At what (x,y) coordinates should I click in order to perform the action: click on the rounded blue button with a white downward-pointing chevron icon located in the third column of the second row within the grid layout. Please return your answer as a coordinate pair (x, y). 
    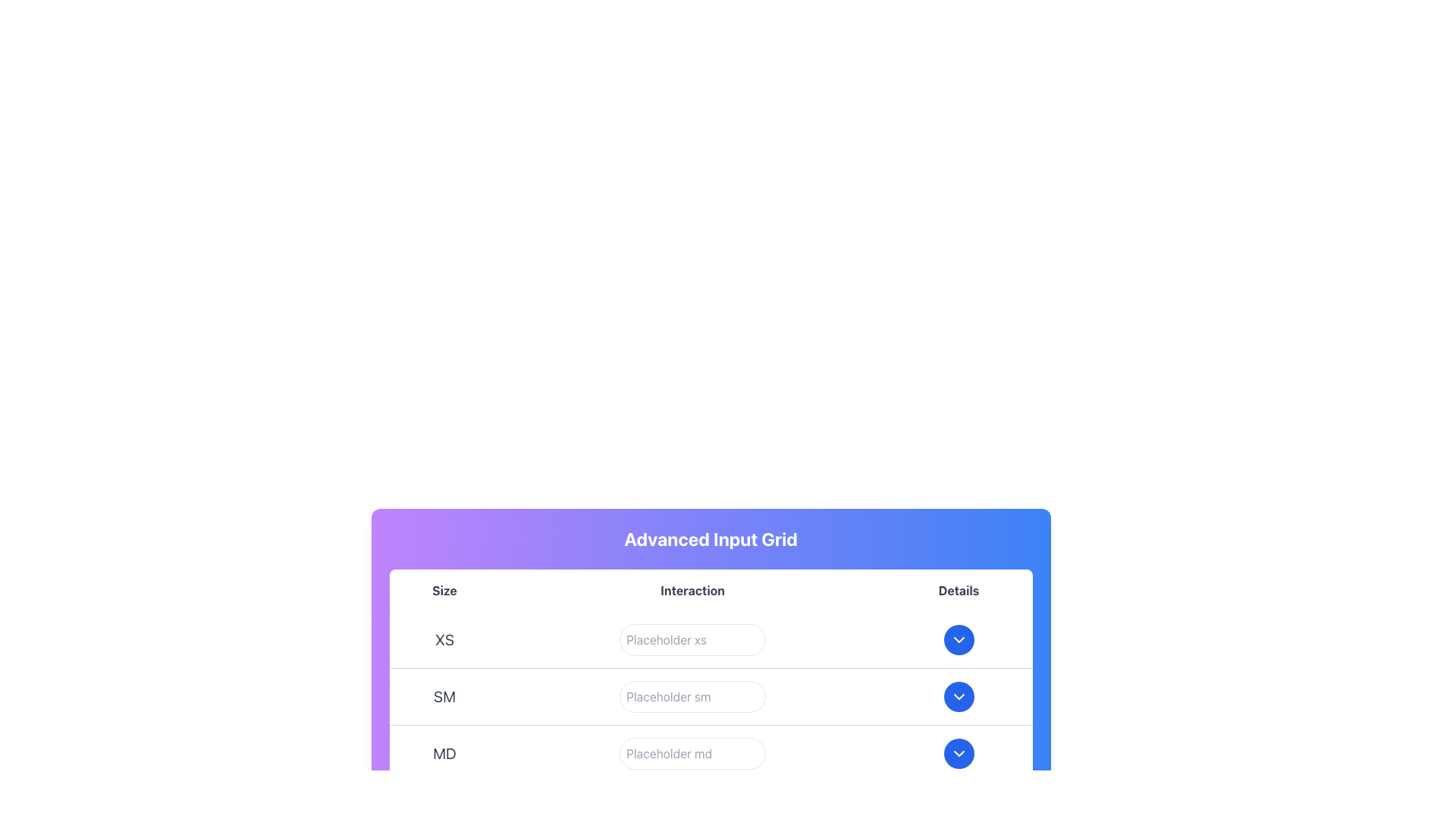
    Looking at the image, I should click on (957, 696).